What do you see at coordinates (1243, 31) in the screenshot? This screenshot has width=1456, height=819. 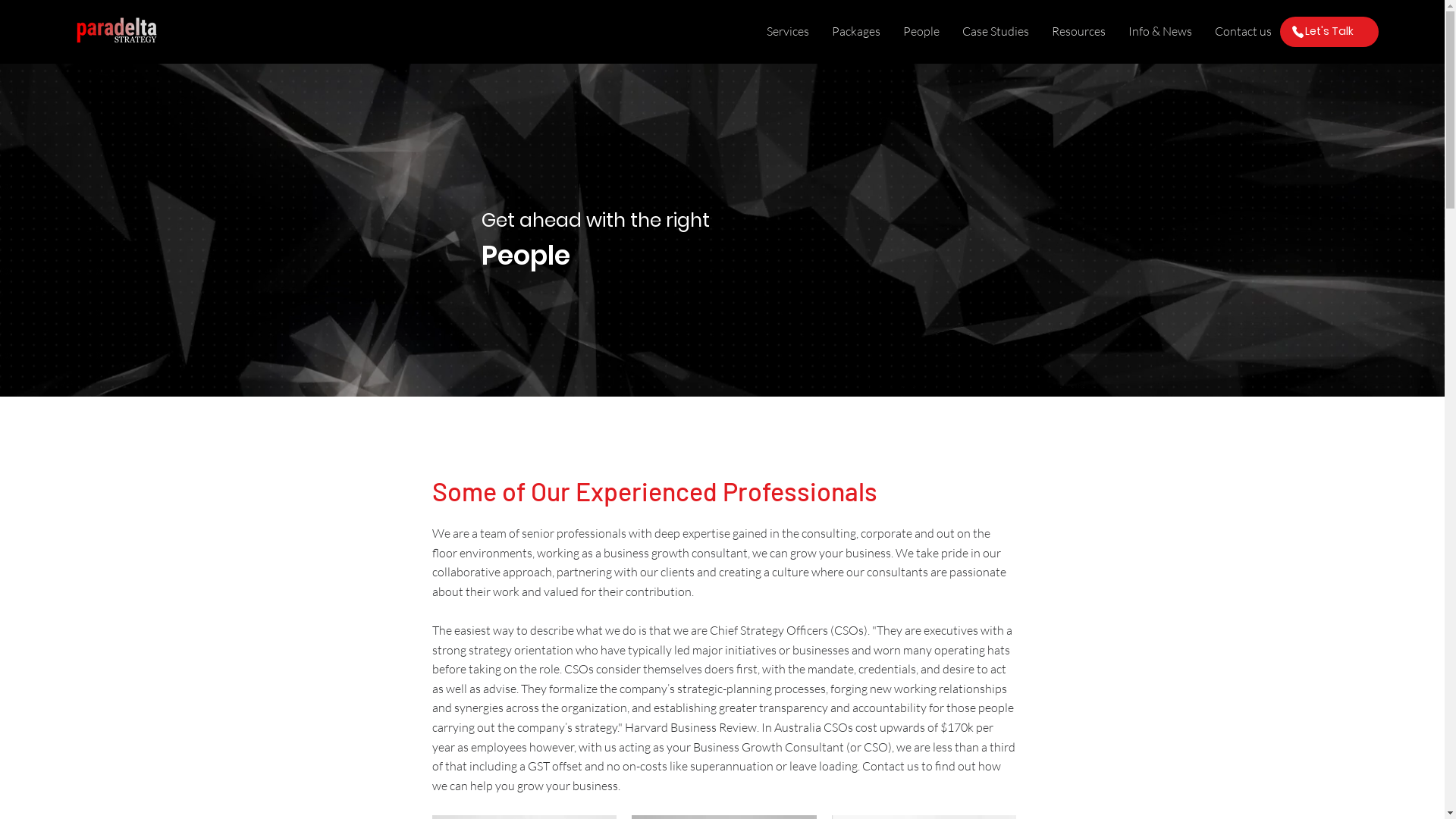 I see `'Contact us'` at bounding box center [1243, 31].